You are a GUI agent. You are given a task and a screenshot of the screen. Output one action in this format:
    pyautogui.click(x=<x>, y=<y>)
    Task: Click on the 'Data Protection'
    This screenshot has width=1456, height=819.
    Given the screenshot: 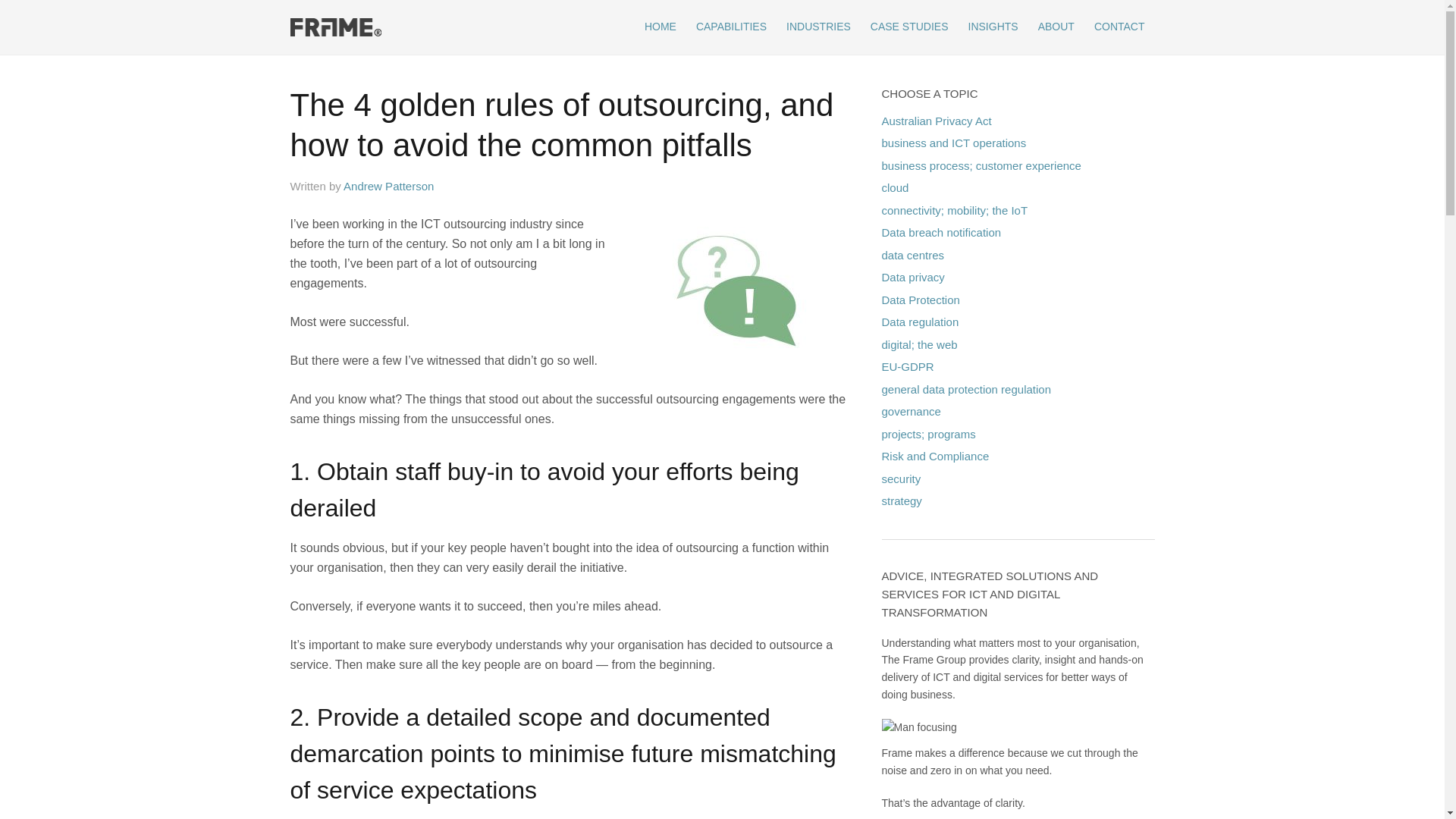 What is the action you would take?
    pyautogui.click(x=880, y=299)
    